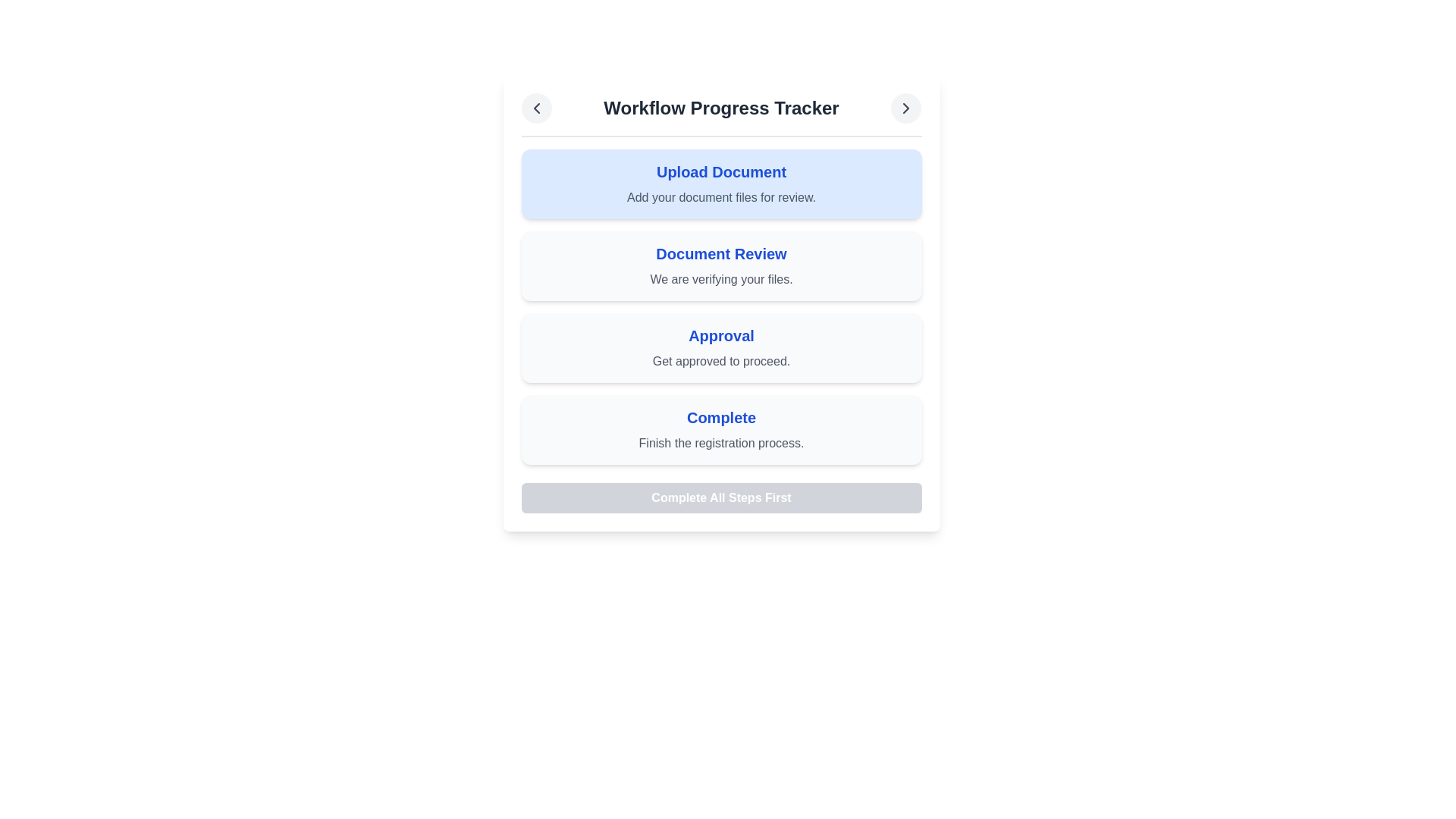 This screenshot has width=1456, height=819. I want to click on the right-facing chevron icon inside the light gray circular button adjacent to the 'Workflow Progress Tracker' header, so click(906, 107).